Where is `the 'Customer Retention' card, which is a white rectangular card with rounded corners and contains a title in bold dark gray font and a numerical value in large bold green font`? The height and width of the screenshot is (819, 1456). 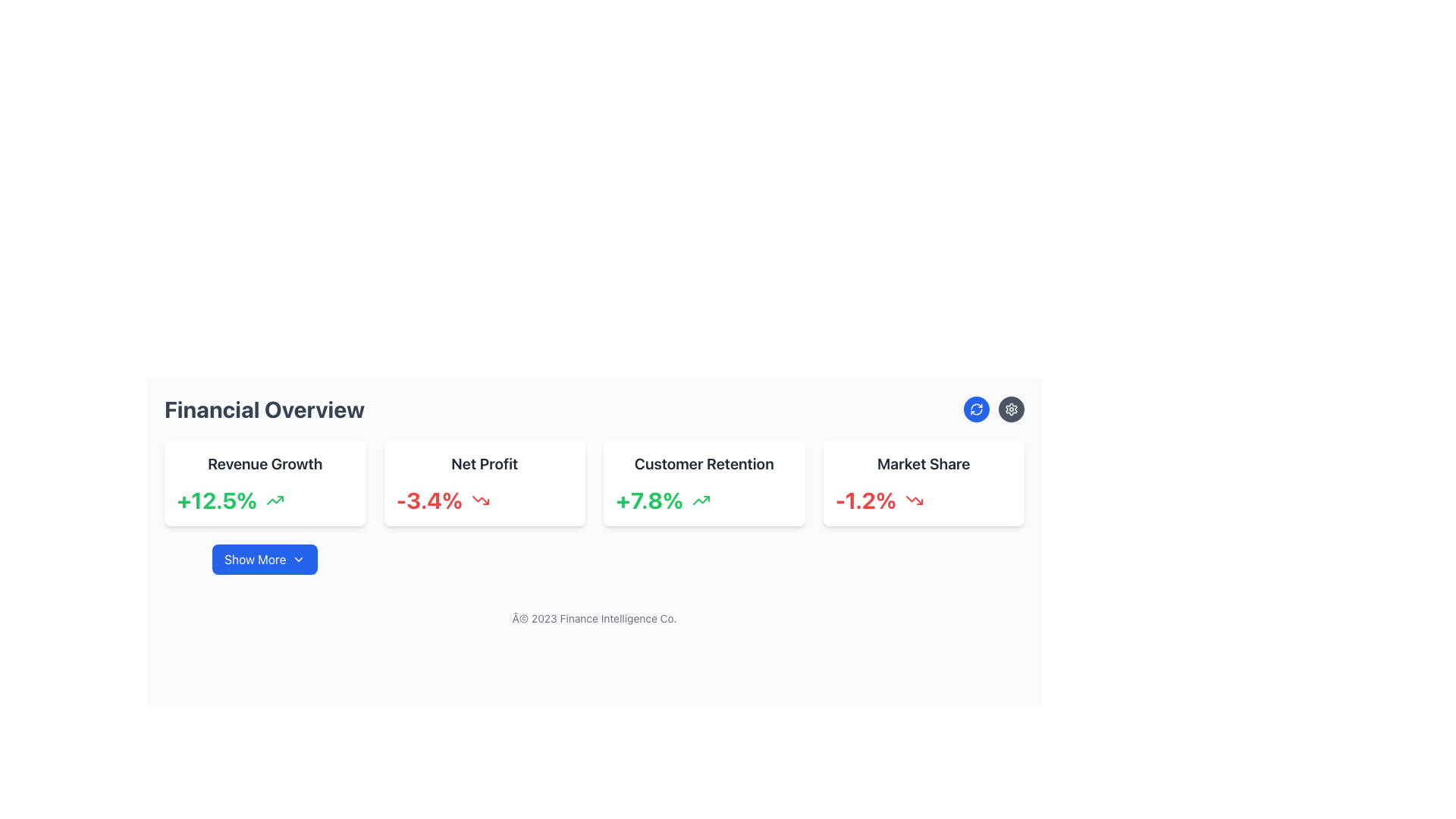
the 'Customer Retention' card, which is a white rectangular card with rounded corners and contains a title in bold dark gray font and a numerical value in large bold green font is located at coordinates (703, 483).